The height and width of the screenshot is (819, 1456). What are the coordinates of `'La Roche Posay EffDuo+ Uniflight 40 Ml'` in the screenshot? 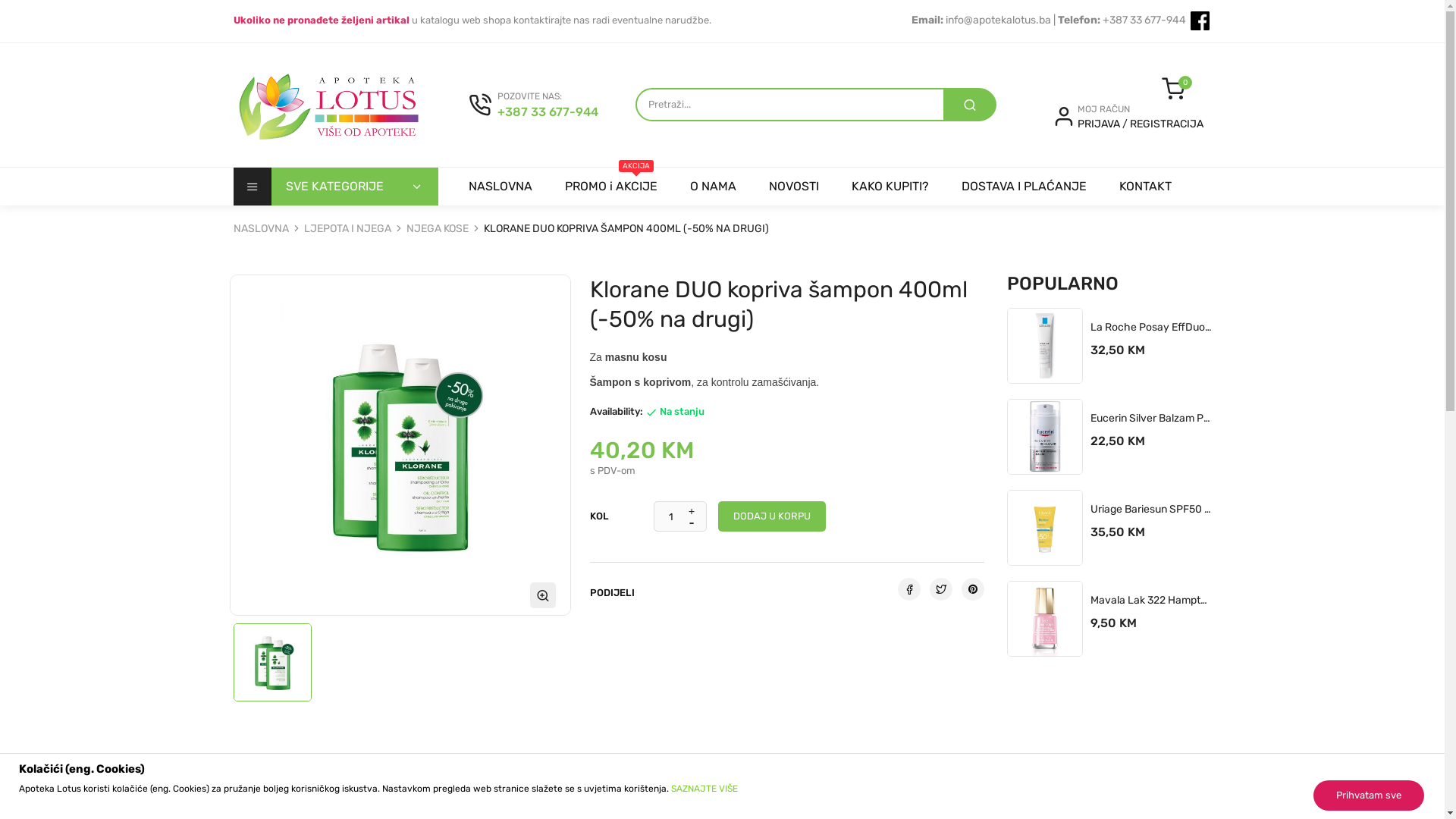 It's located at (1090, 327).